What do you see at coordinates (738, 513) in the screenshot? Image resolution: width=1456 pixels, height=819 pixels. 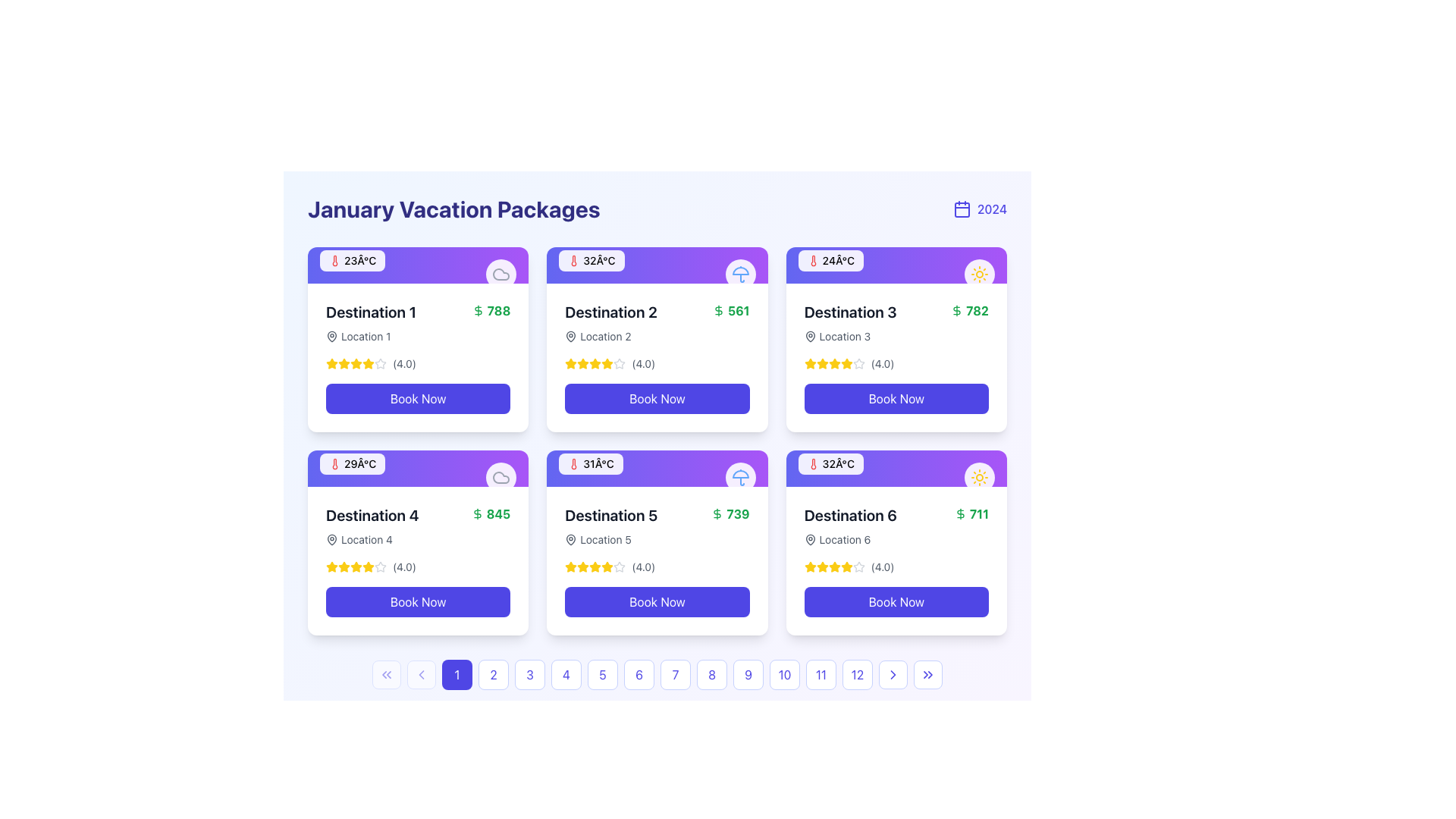 I see `the bold green text label displaying the number '739' within the Destination 5 card, which serves as a cost indicator` at bounding box center [738, 513].